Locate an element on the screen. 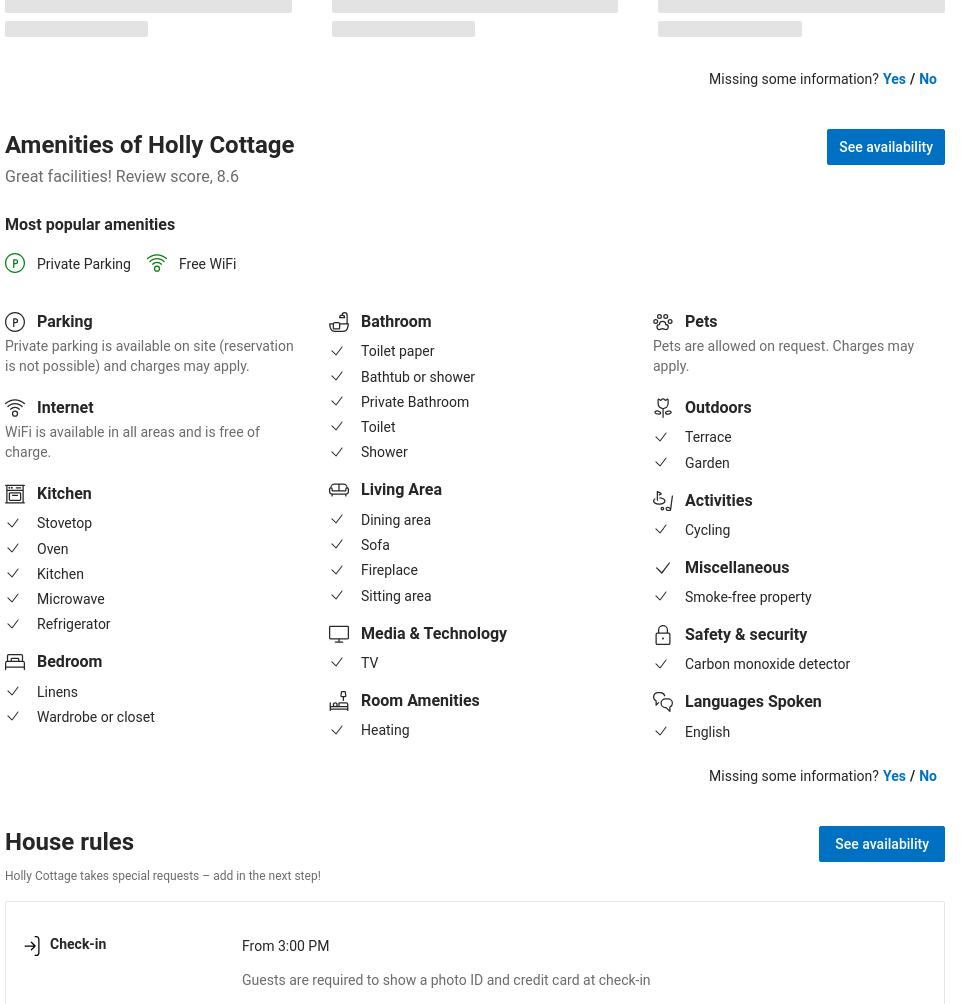 The width and height of the screenshot is (969, 1004). 'Bathroom' is located at coordinates (396, 320).